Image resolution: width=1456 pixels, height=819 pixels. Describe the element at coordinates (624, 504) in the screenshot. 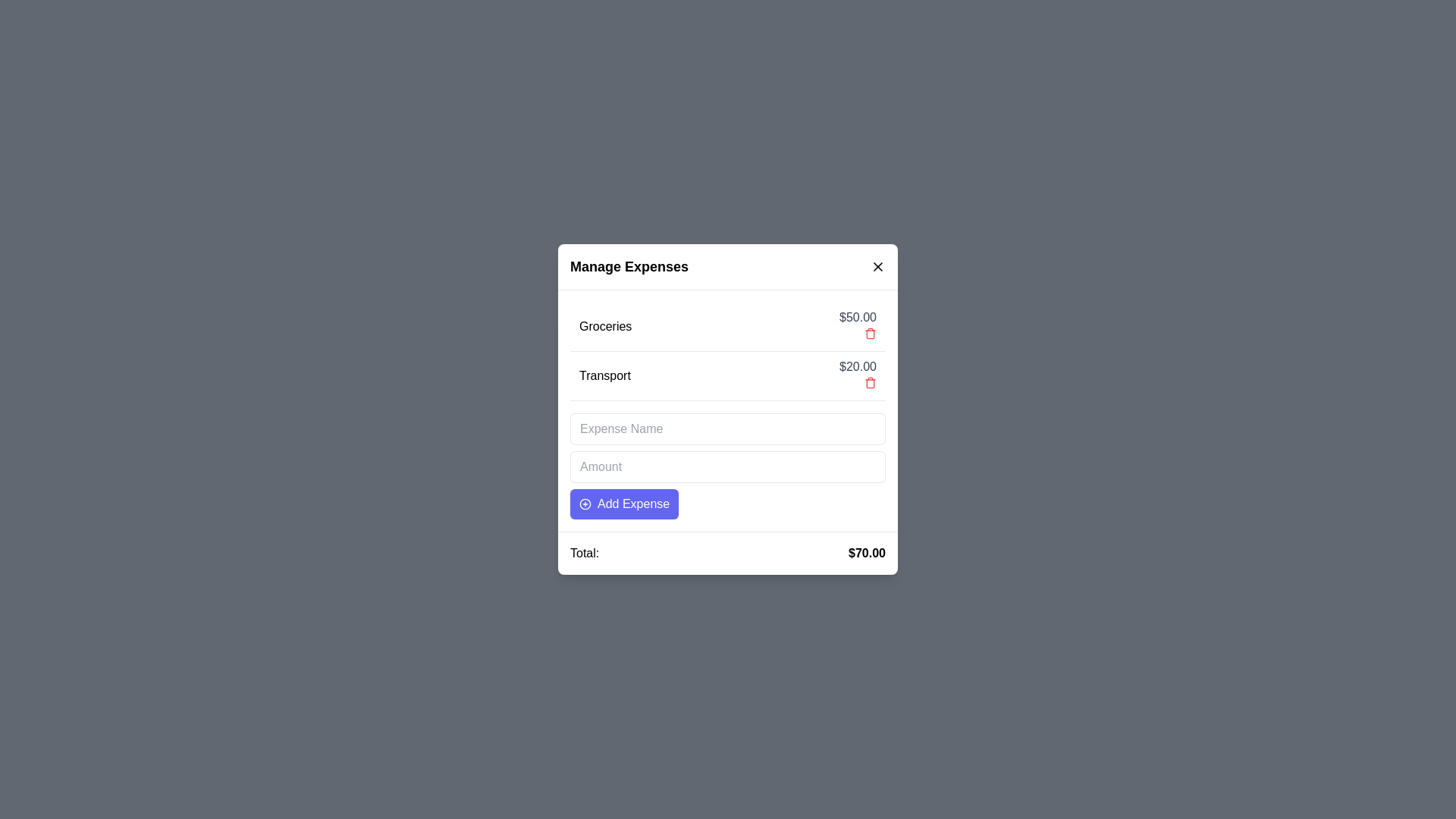

I see `the 'Add Expense' button located within the 'Manage Expenses' modal dialog` at that location.